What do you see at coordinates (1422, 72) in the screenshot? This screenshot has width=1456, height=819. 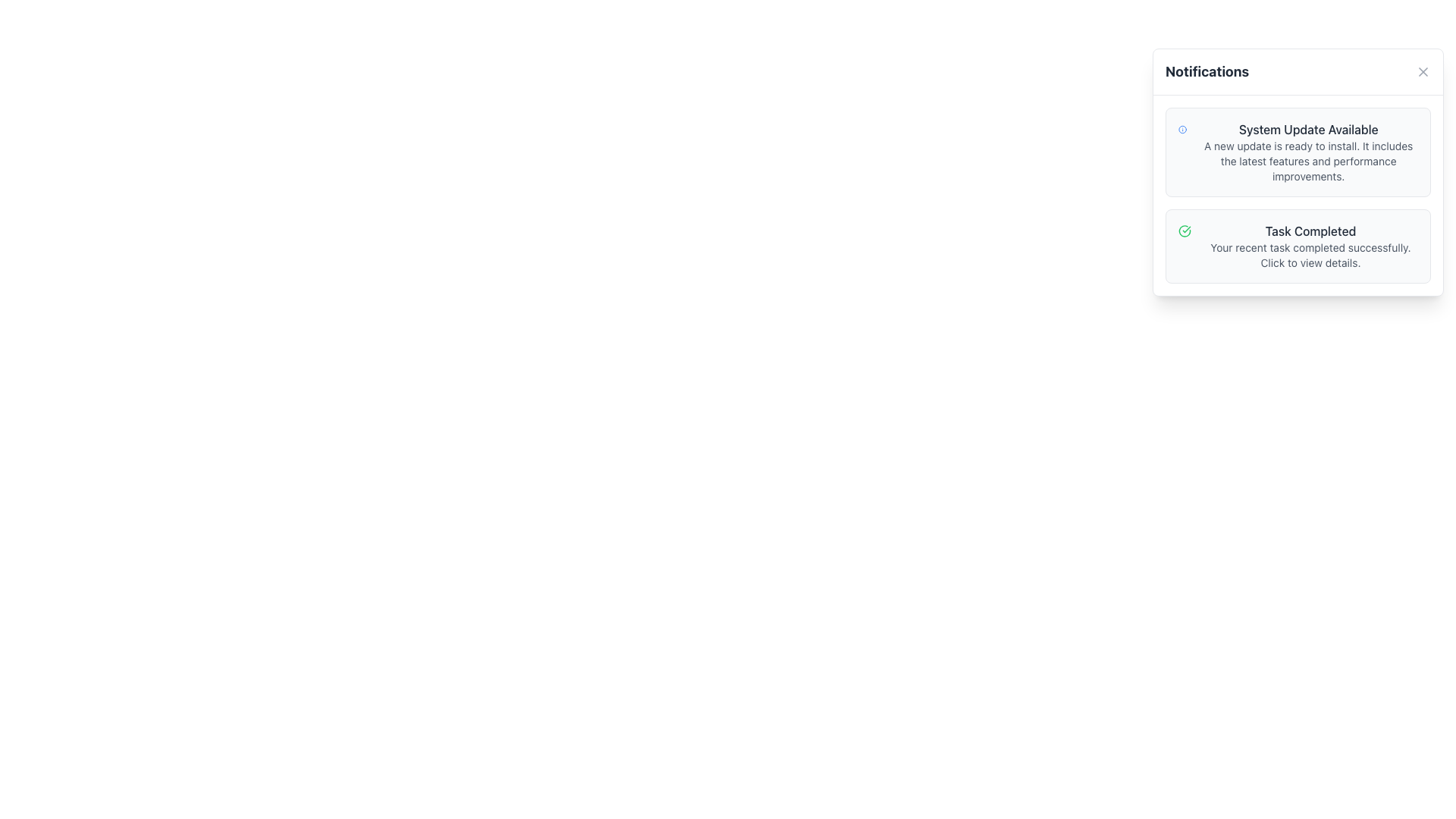 I see `the close button represented as an 'X' icon in the upper-right corner of the Notifications panel to observe its styling changes` at bounding box center [1422, 72].